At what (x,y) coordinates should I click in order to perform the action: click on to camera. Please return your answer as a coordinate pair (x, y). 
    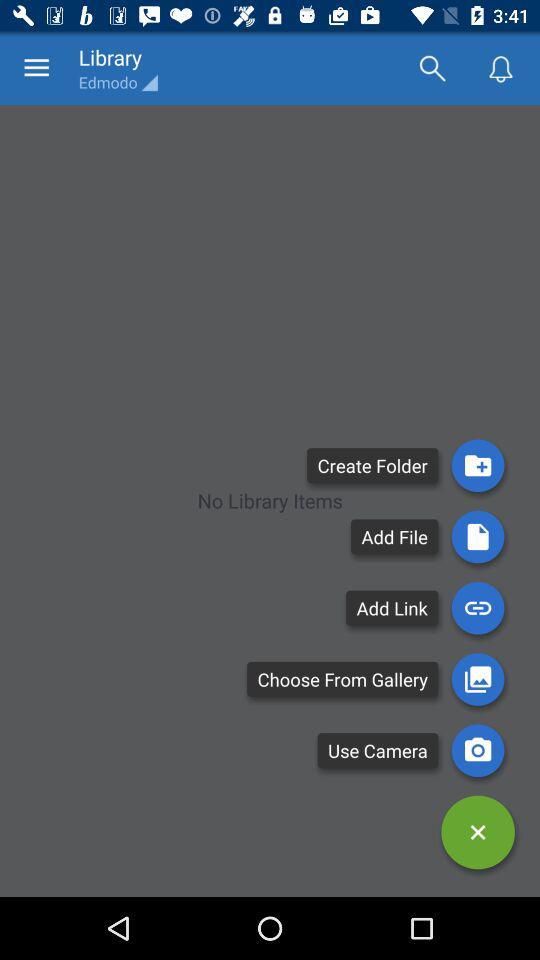
    Looking at the image, I should click on (477, 749).